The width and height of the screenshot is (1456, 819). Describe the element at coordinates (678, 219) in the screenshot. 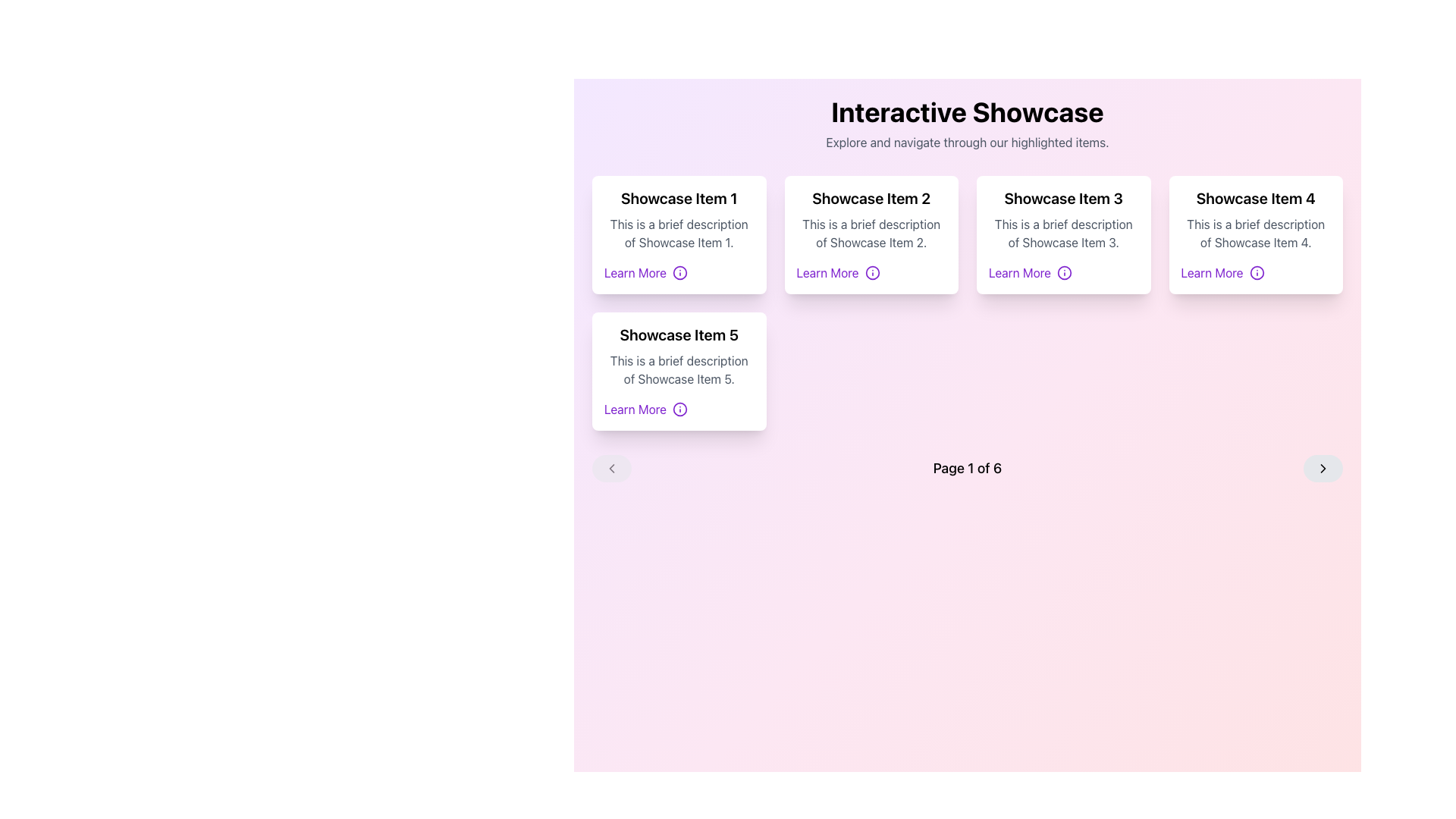

I see `the Text Display element that shows 'Showcase Item 1' and its description 'This is a brief description of Showcase Item 1.'` at that location.